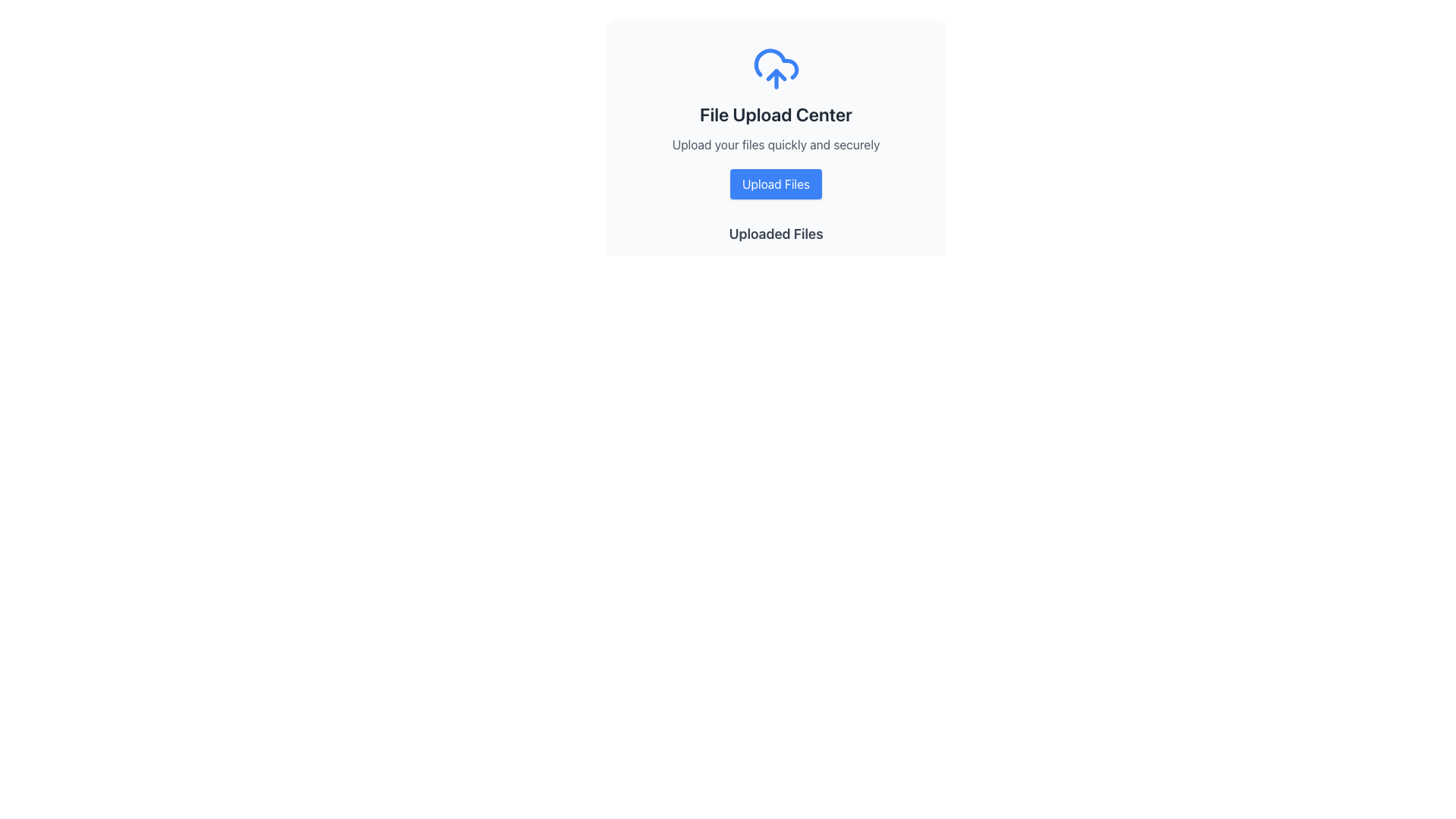  What do you see at coordinates (776, 113) in the screenshot?
I see `the text label that serves as the title for the file uploading section, positioned centrally below the cloud upload icon and above the 'Upload your files quickly and securely' text` at bounding box center [776, 113].